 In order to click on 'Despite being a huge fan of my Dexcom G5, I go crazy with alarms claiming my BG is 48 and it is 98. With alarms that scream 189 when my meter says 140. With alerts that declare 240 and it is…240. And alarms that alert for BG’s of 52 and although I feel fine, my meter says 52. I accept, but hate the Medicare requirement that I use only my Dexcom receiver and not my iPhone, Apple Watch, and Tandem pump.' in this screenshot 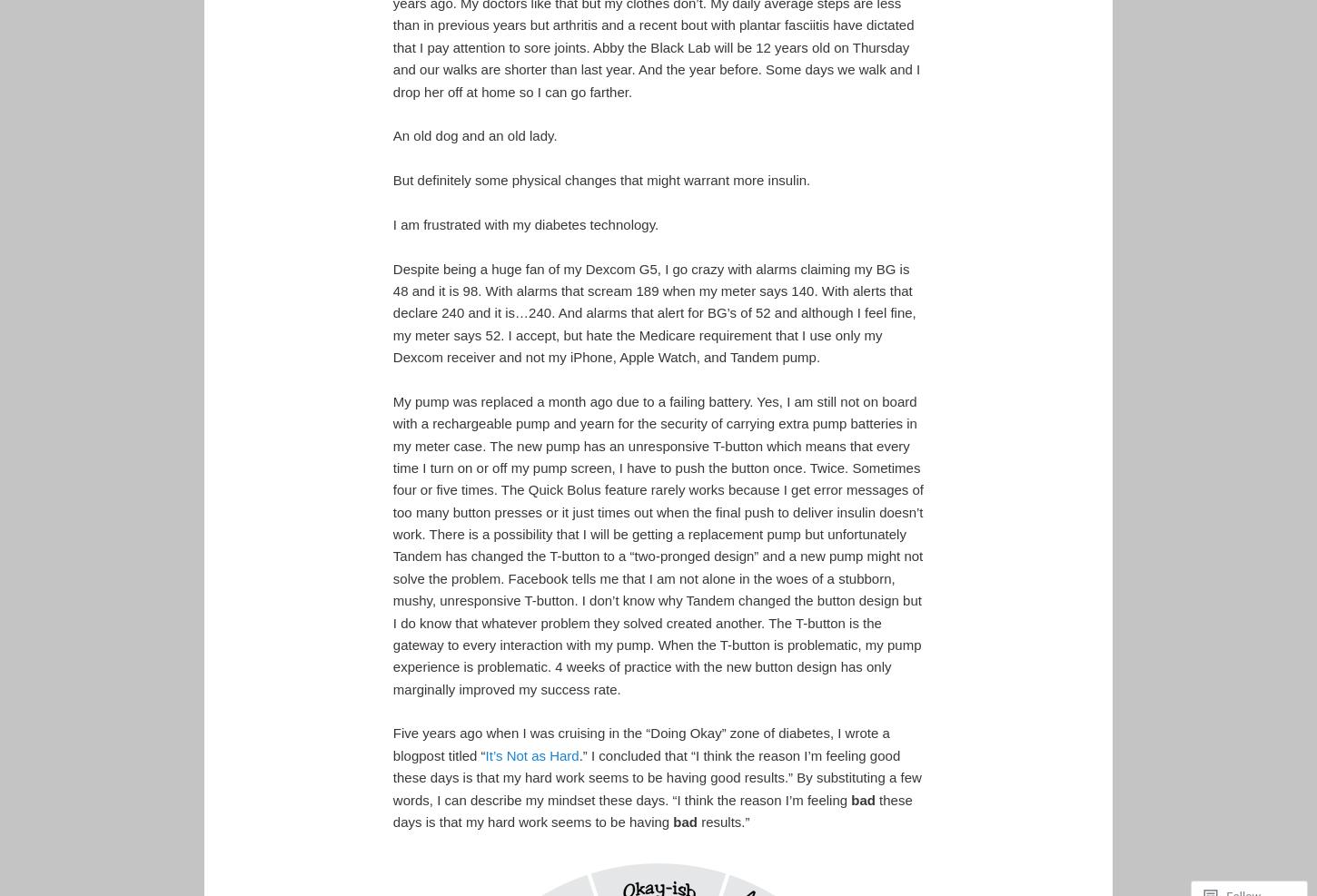, I will do `click(653, 311)`.